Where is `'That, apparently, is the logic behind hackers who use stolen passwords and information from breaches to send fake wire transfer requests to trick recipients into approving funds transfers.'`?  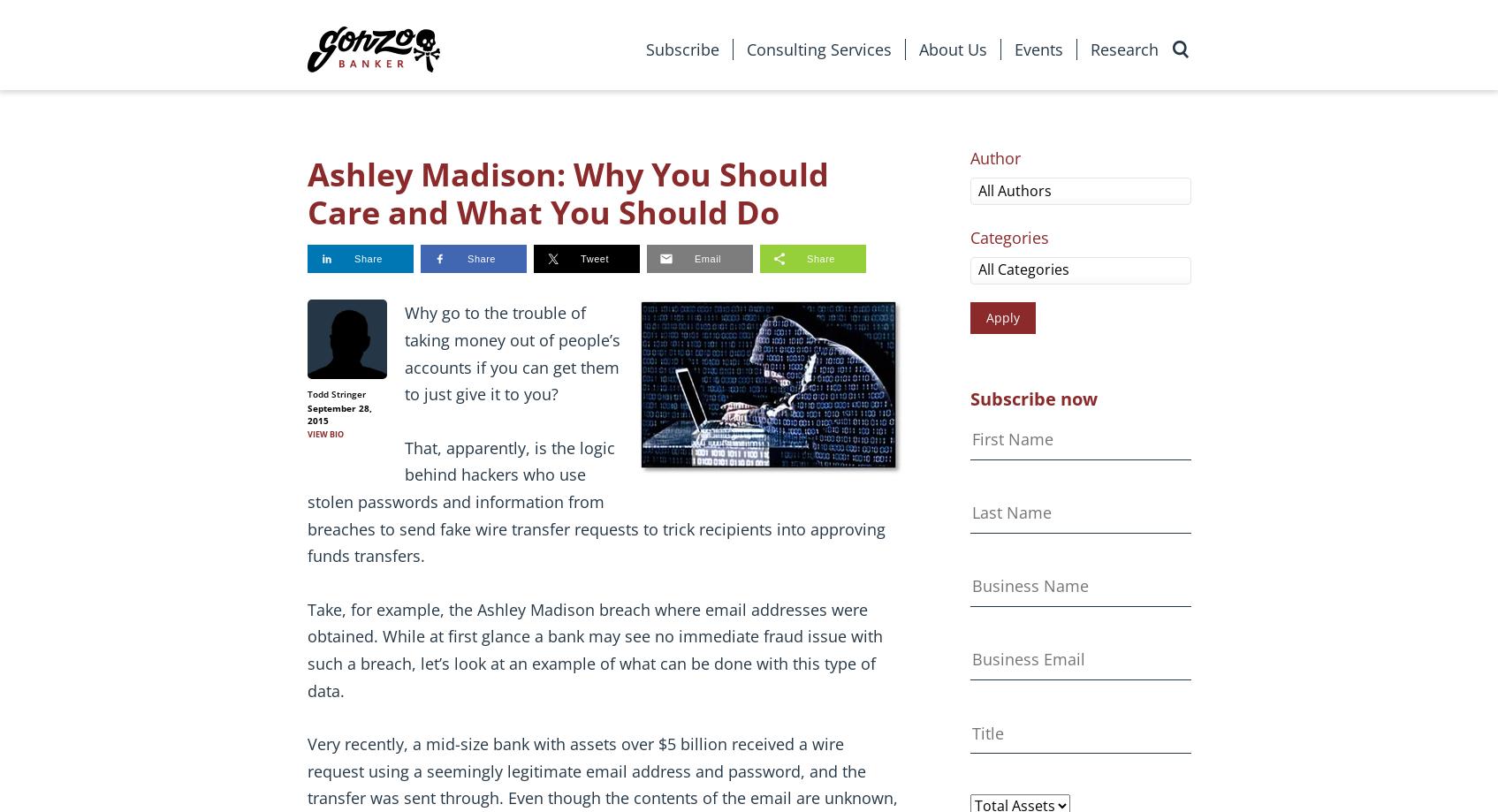 'That, apparently, is the logic behind hackers who use stolen passwords and information from breaches to send fake wire transfer requests to trick recipients into approving funds transfers.' is located at coordinates (595, 501).